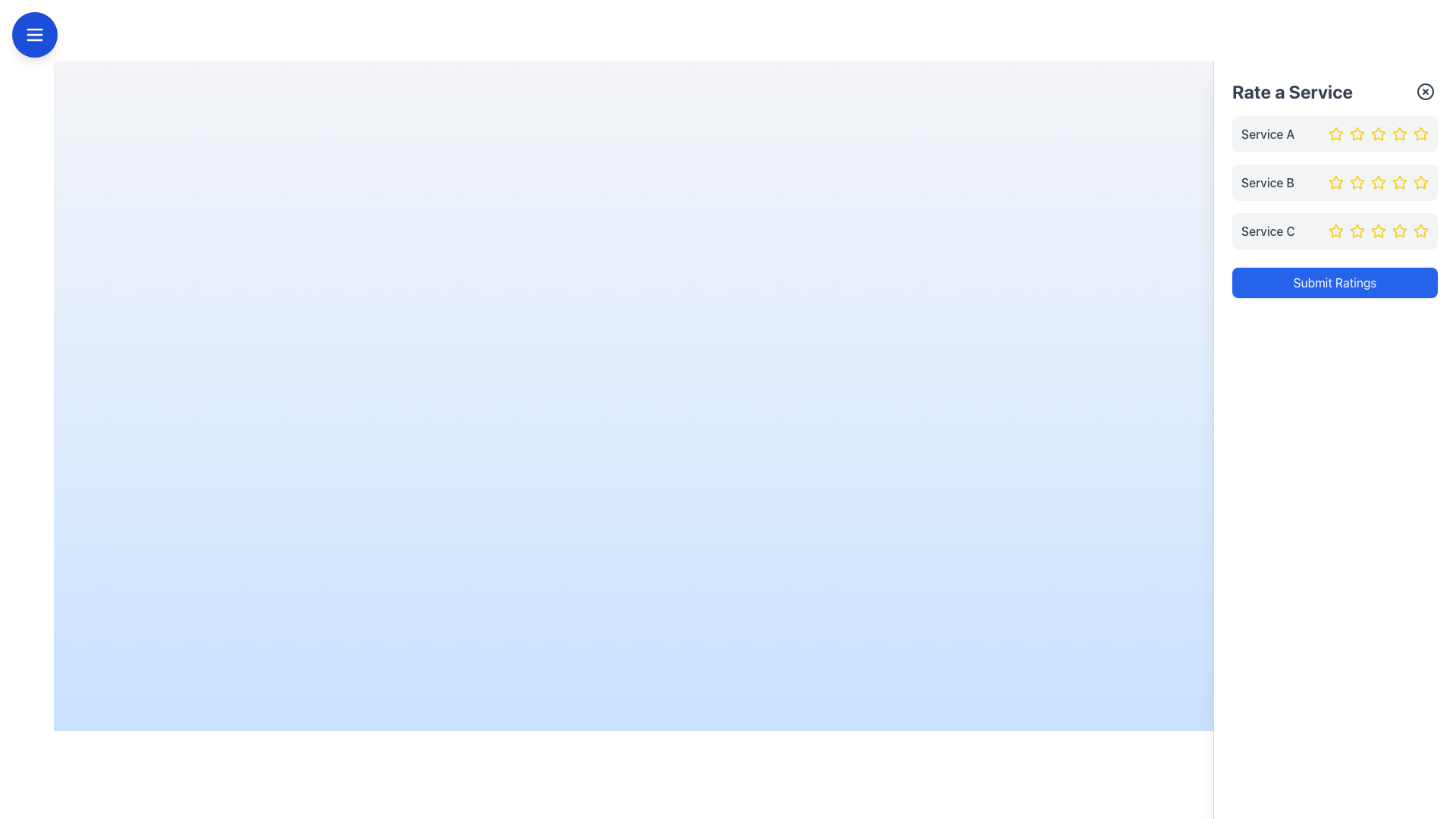  Describe the element at coordinates (1425, 91) in the screenshot. I see `the close button located at the top-right corner of the 'Rate a Service' section` at that location.